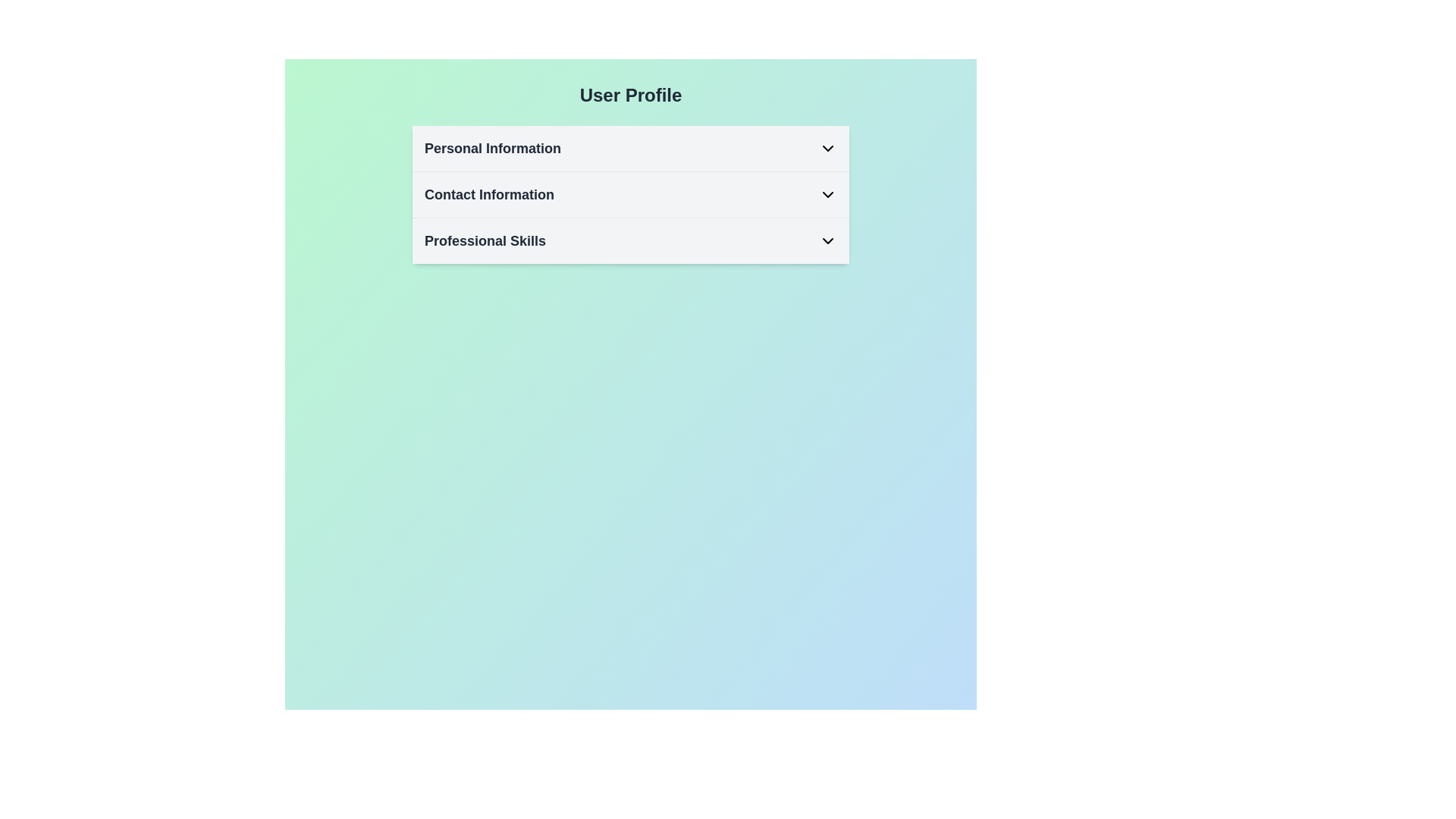 The width and height of the screenshot is (1456, 819). I want to click on the chevron-down icon toggle button located at the far right of the 'Contact Information' section, so click(827, 194).